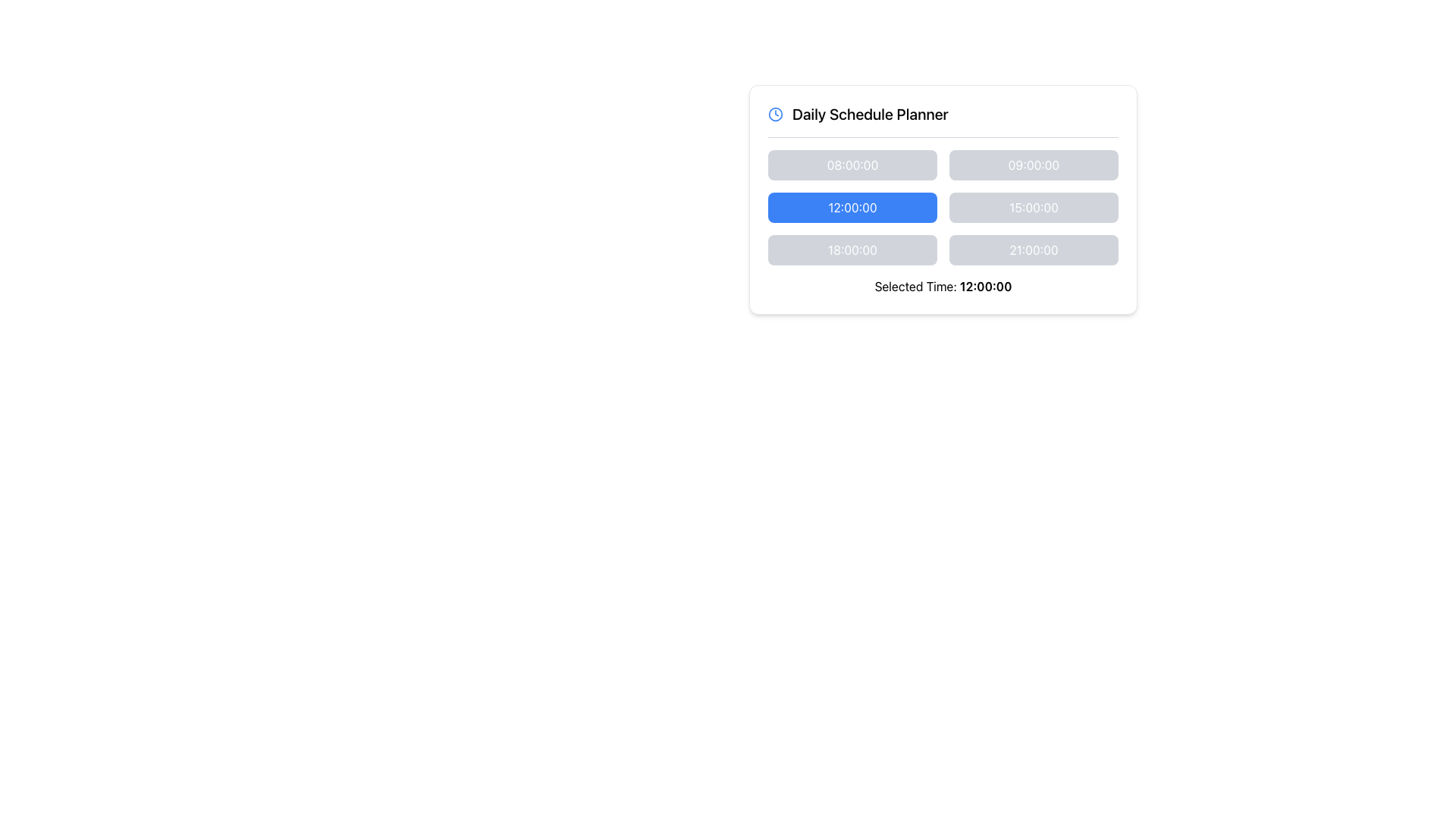 This screenshot has width=1456, height=819. I want to click on the third time button labeled '12:00:00' in the schedule planner, so click(852, 207).